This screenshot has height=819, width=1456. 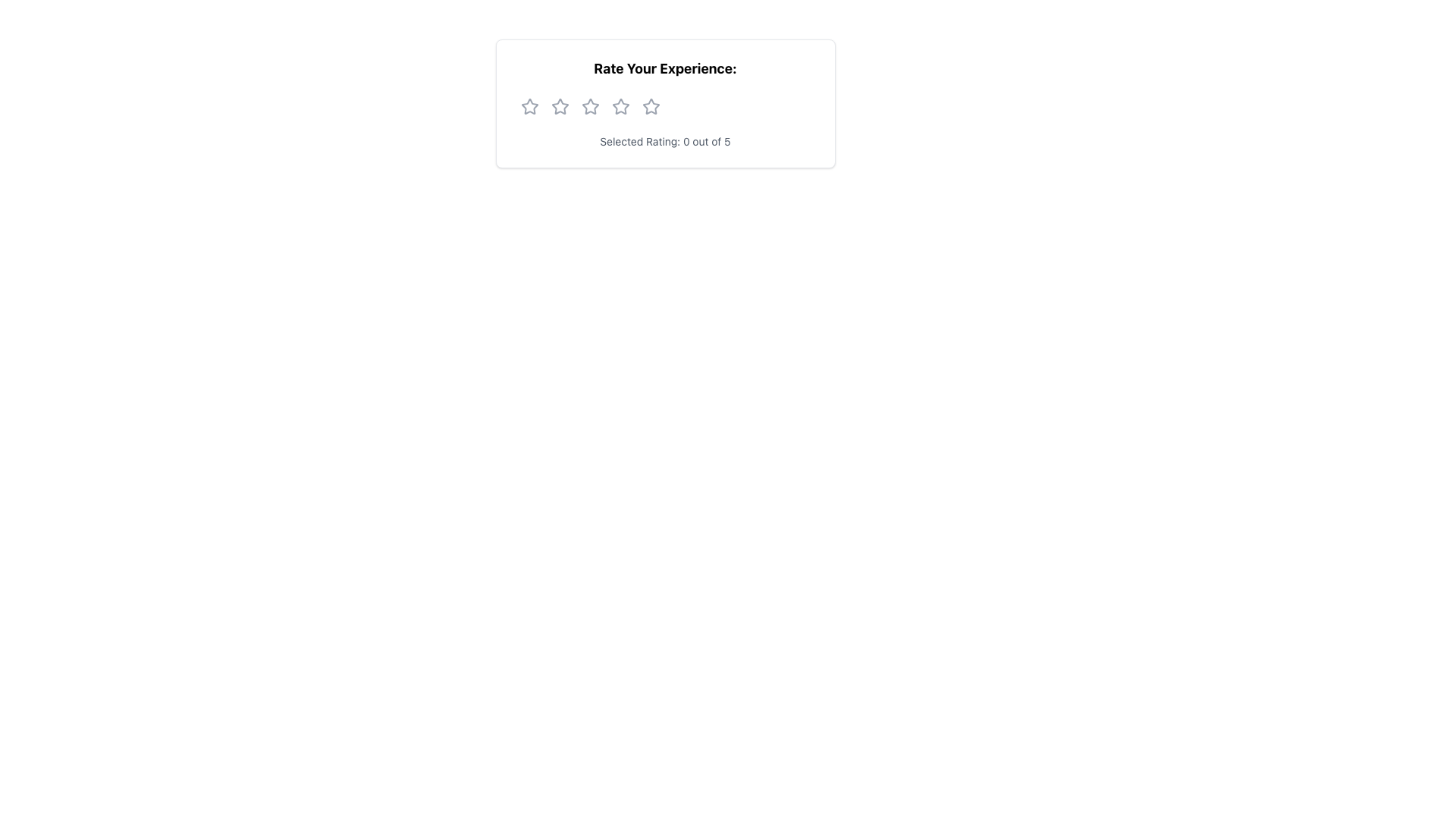 What do you see at coordinates (589, 106) in the screenshot?
I see `the third star icon in the star rating system` at bounding box center [589, 106].